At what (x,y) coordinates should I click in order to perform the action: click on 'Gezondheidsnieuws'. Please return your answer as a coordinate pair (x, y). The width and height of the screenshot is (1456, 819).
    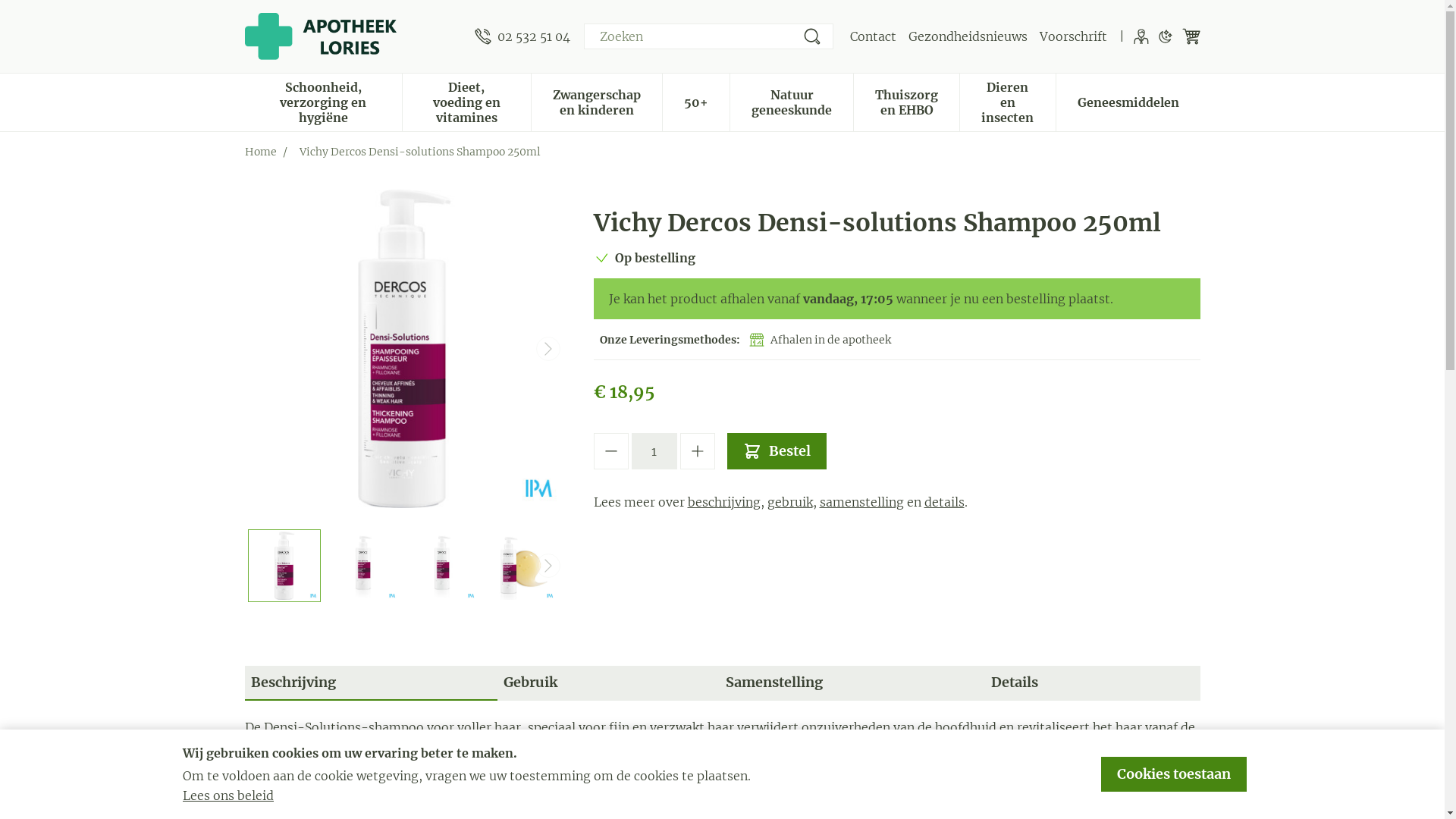
    Looking at the image, I should click on (967, 35).